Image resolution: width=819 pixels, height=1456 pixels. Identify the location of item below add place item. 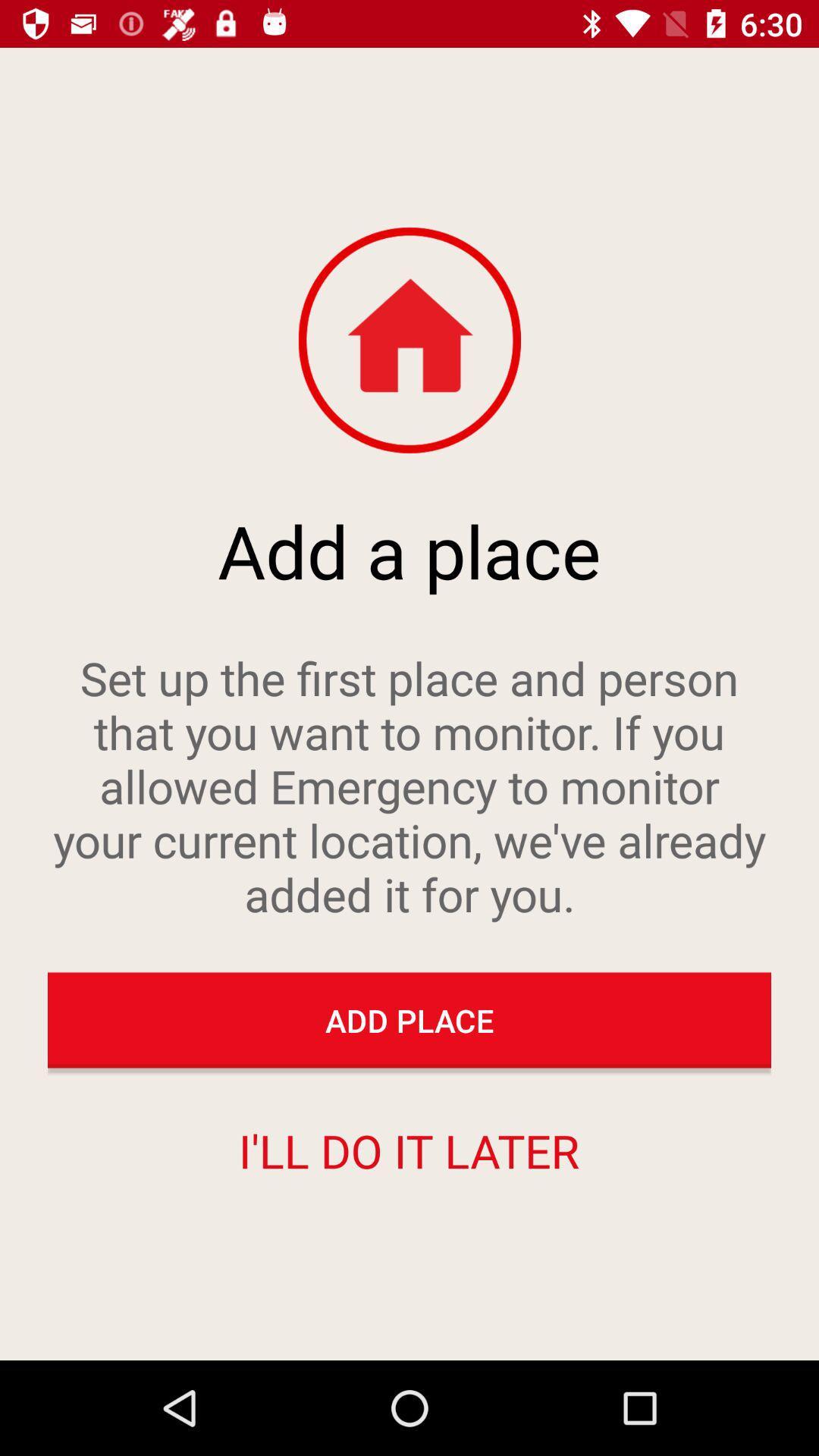
(408, 1150).